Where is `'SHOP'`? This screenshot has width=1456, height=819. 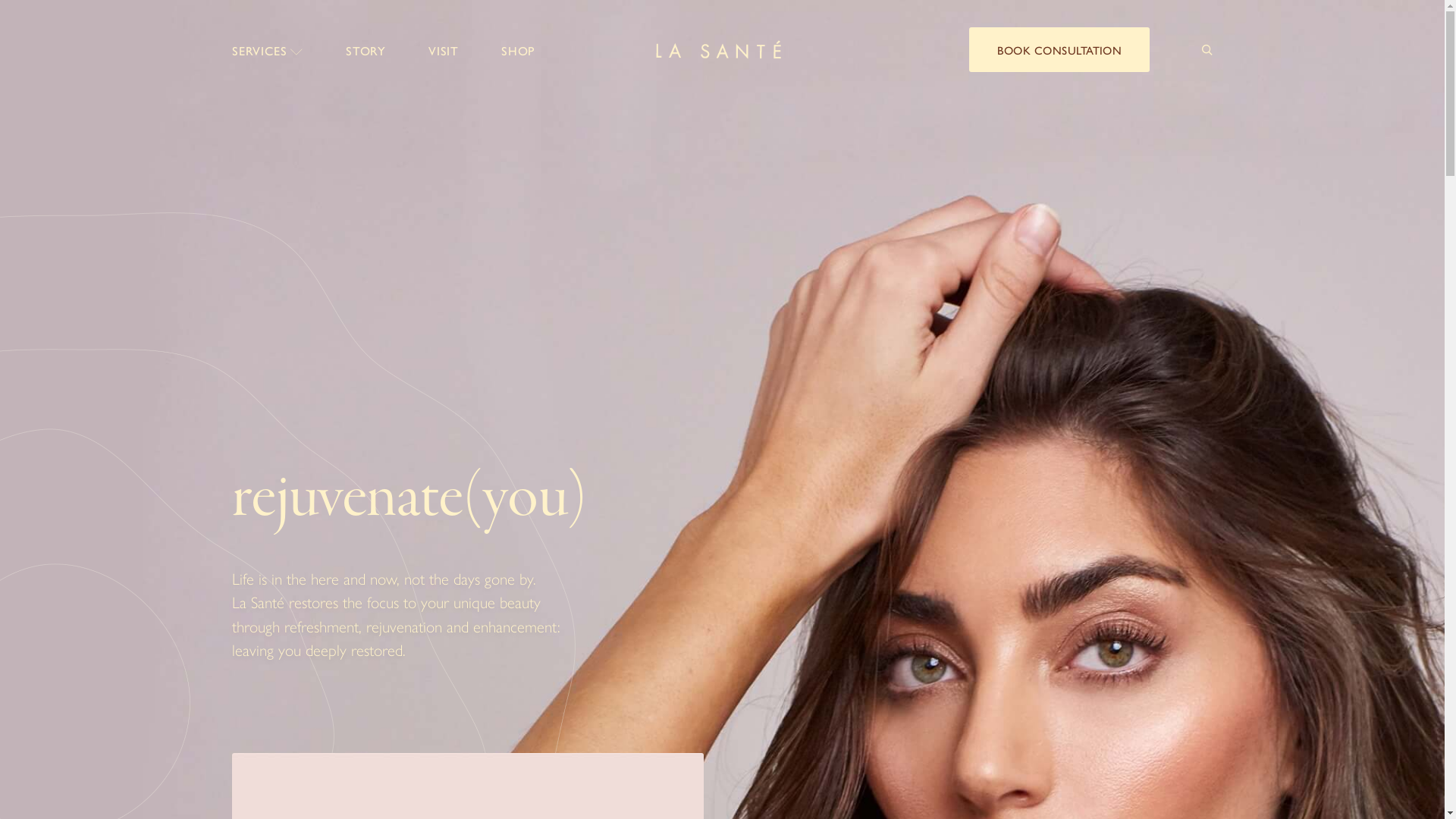
'SHOP' is located at coordinates (518, 49).